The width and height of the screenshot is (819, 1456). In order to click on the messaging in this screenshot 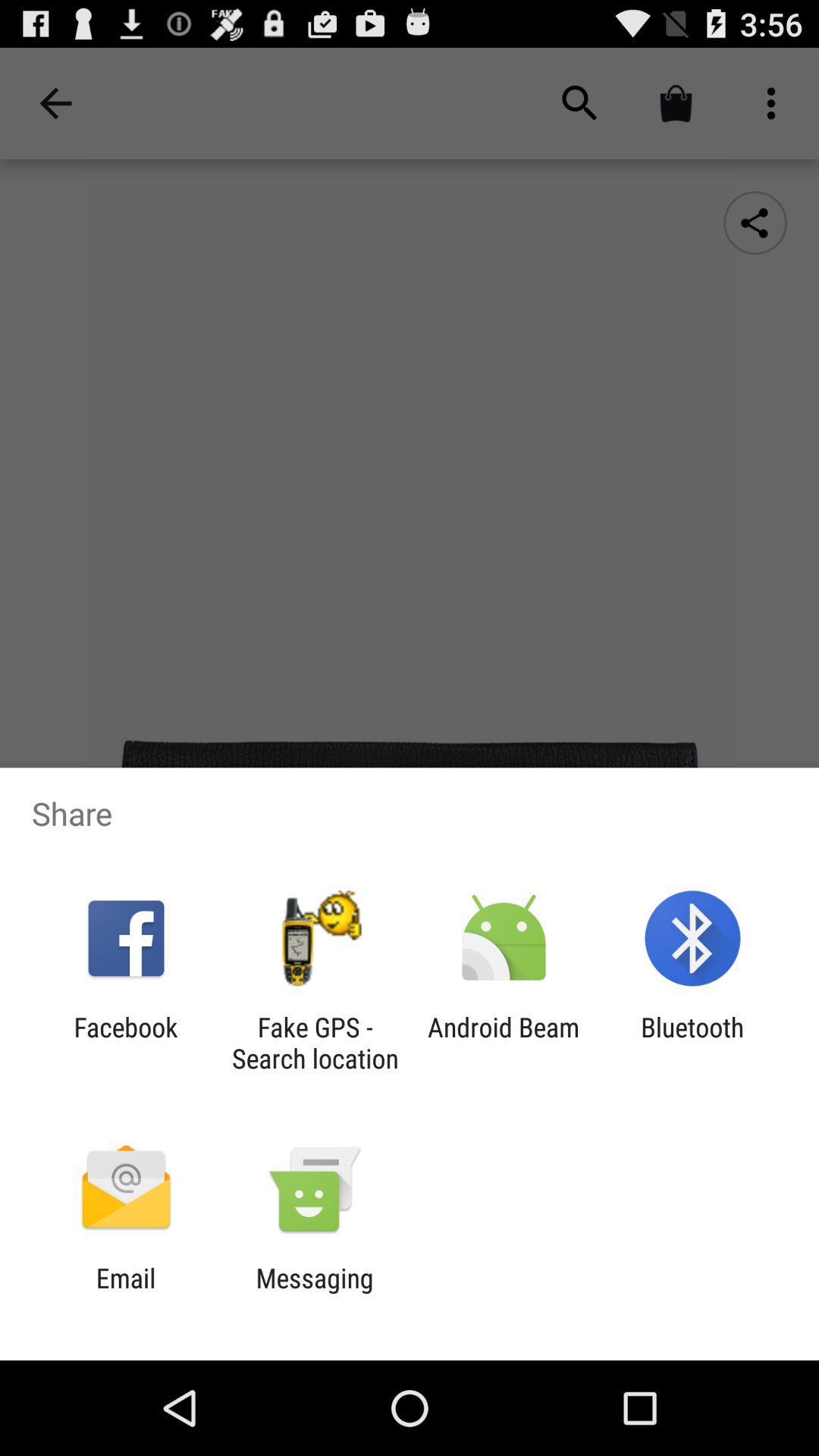, I will do `click(314, 1293)`.